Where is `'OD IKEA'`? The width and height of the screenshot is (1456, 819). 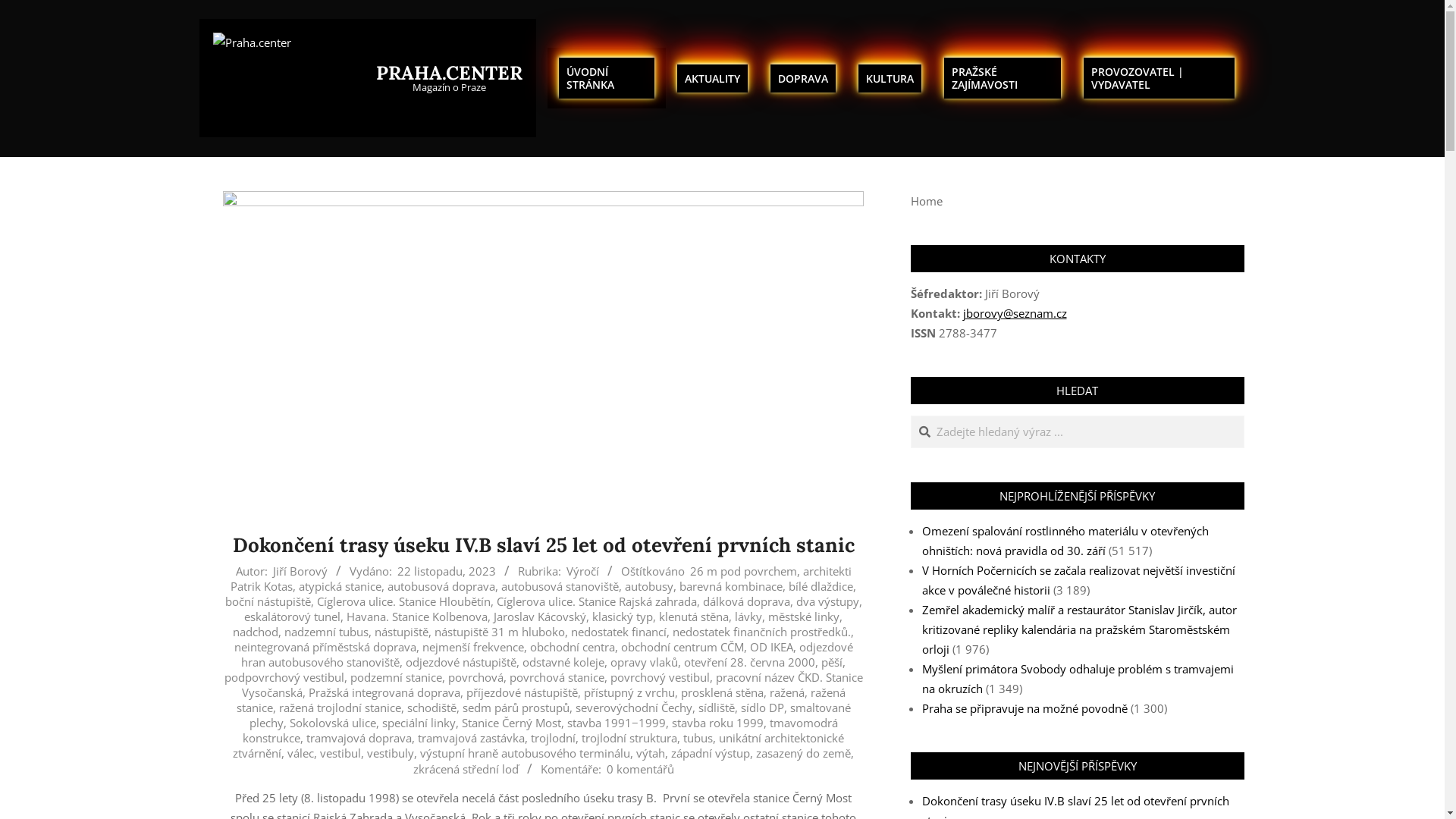
'OD IKEA' is located at coordinates (749, 646).